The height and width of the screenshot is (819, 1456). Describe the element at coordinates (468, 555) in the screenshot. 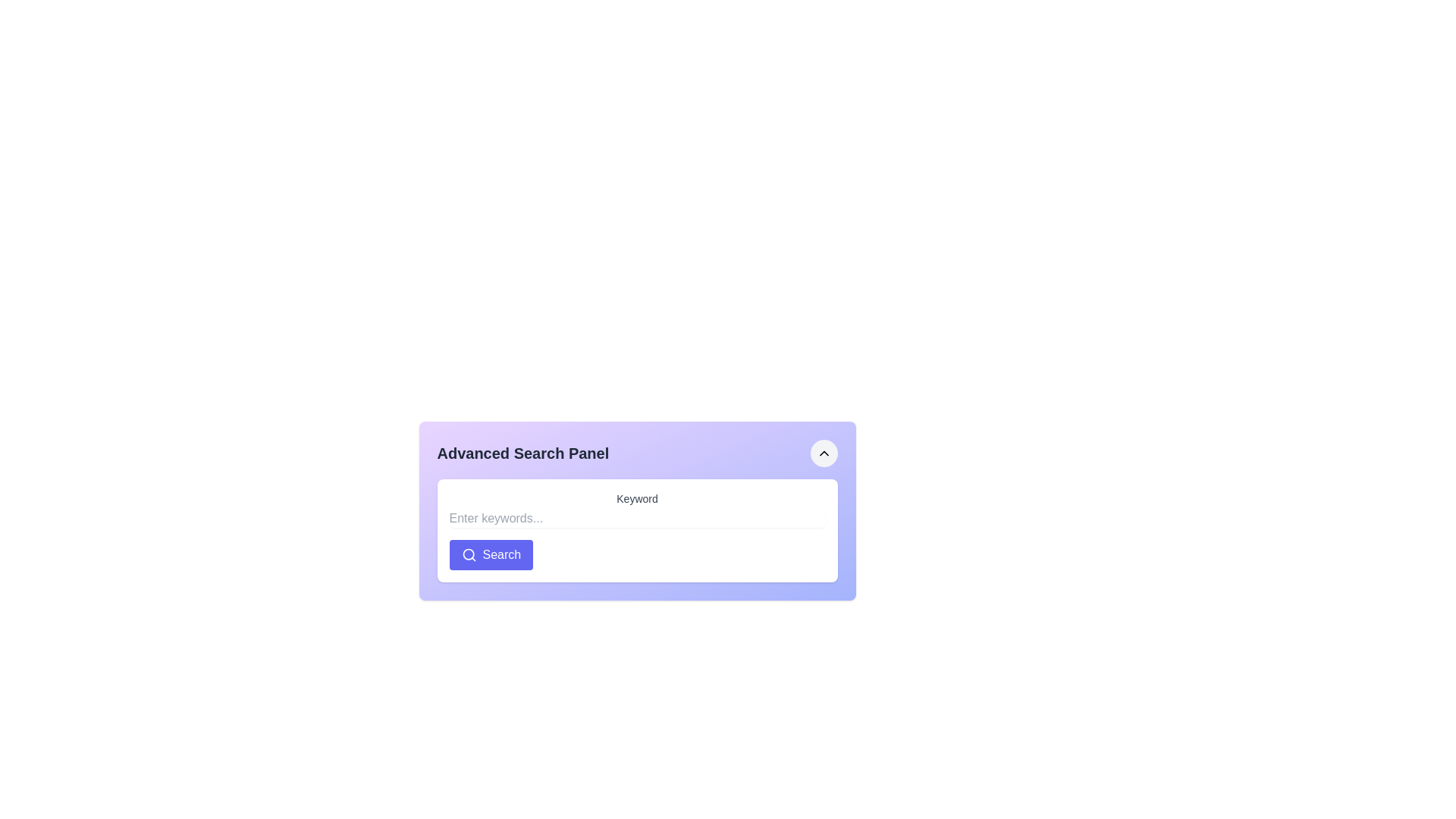

I see `the circular magnifying glass icon, which is part of the 'Search' button with a blue background, located below the text box in the advanced search panel` at that location.